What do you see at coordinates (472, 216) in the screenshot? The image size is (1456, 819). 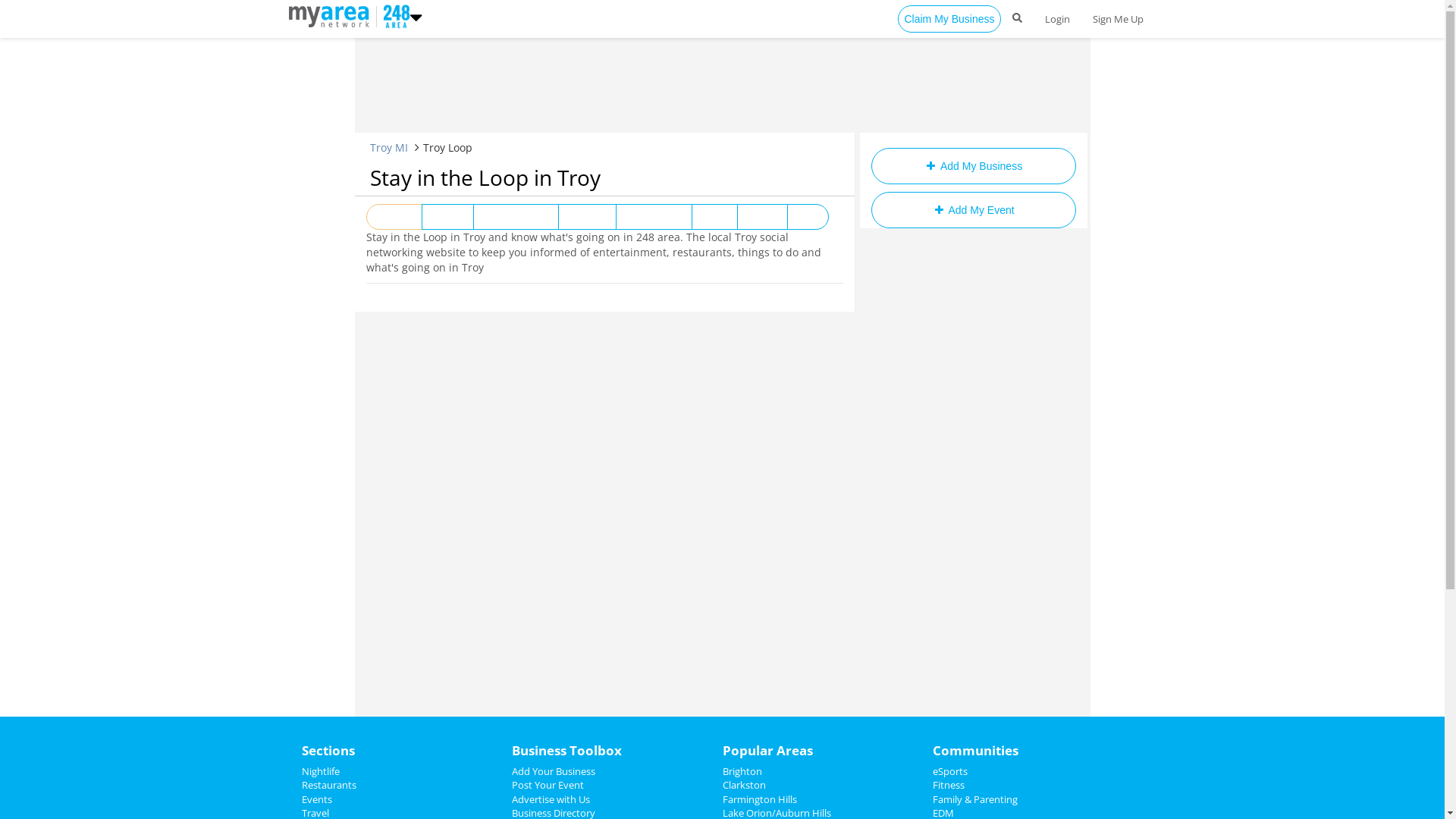 I see `'Entertainment'` at bounding box center [472, 216].